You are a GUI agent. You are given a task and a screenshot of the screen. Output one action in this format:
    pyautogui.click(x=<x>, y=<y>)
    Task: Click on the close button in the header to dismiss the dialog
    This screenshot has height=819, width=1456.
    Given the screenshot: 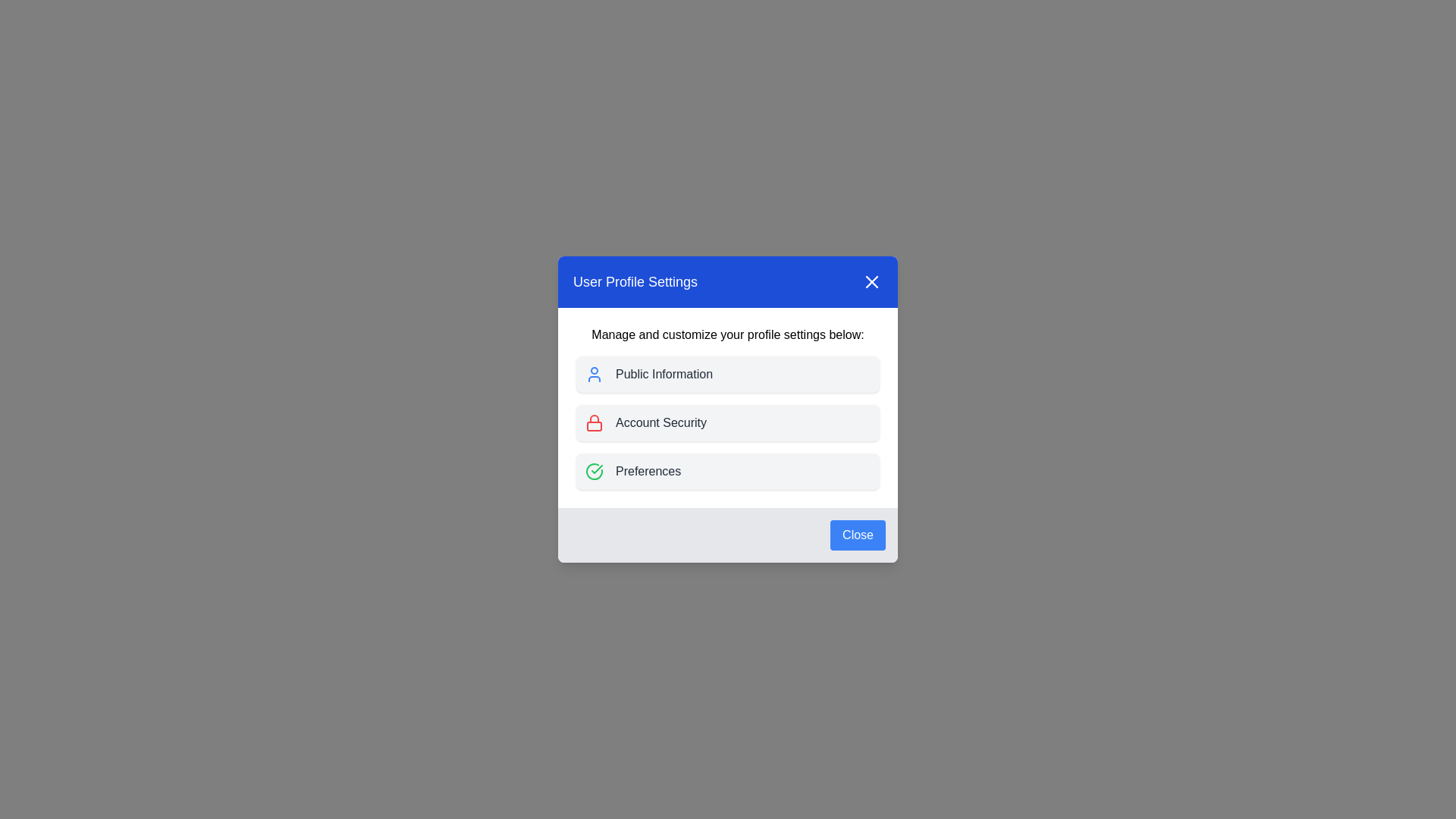 What is the action you would take?
    pyautogui.click(x=872, y=281)
    